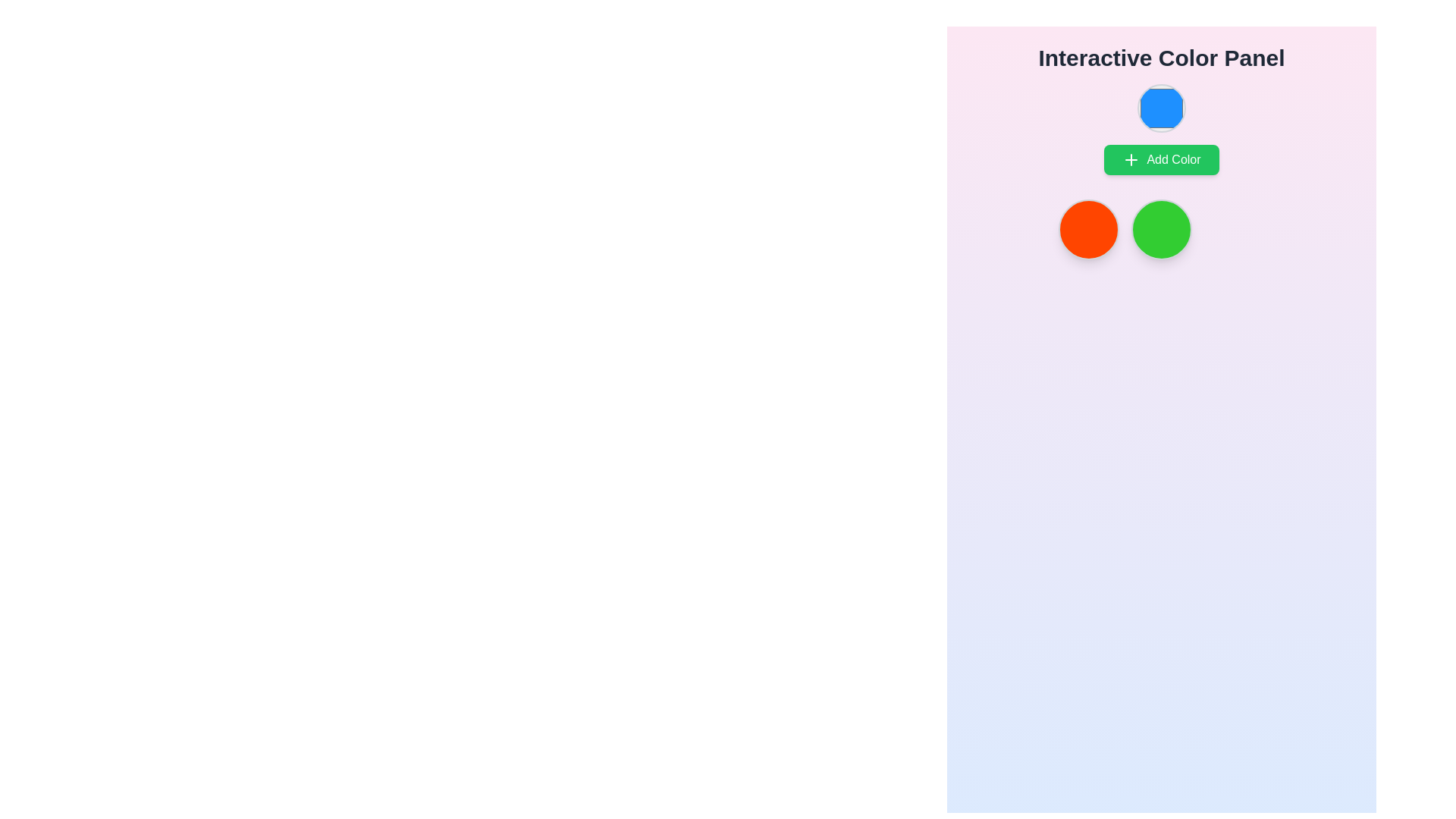 The height and width of the screenshot is (819, 1456). Describe the element at coordinates (1160, 230) in the screenshot. I see `the green circular color selection indicator, which is the second circle in a horizontal row next to an orange circle, located below the 'Interactive Color Panel'` at that location.